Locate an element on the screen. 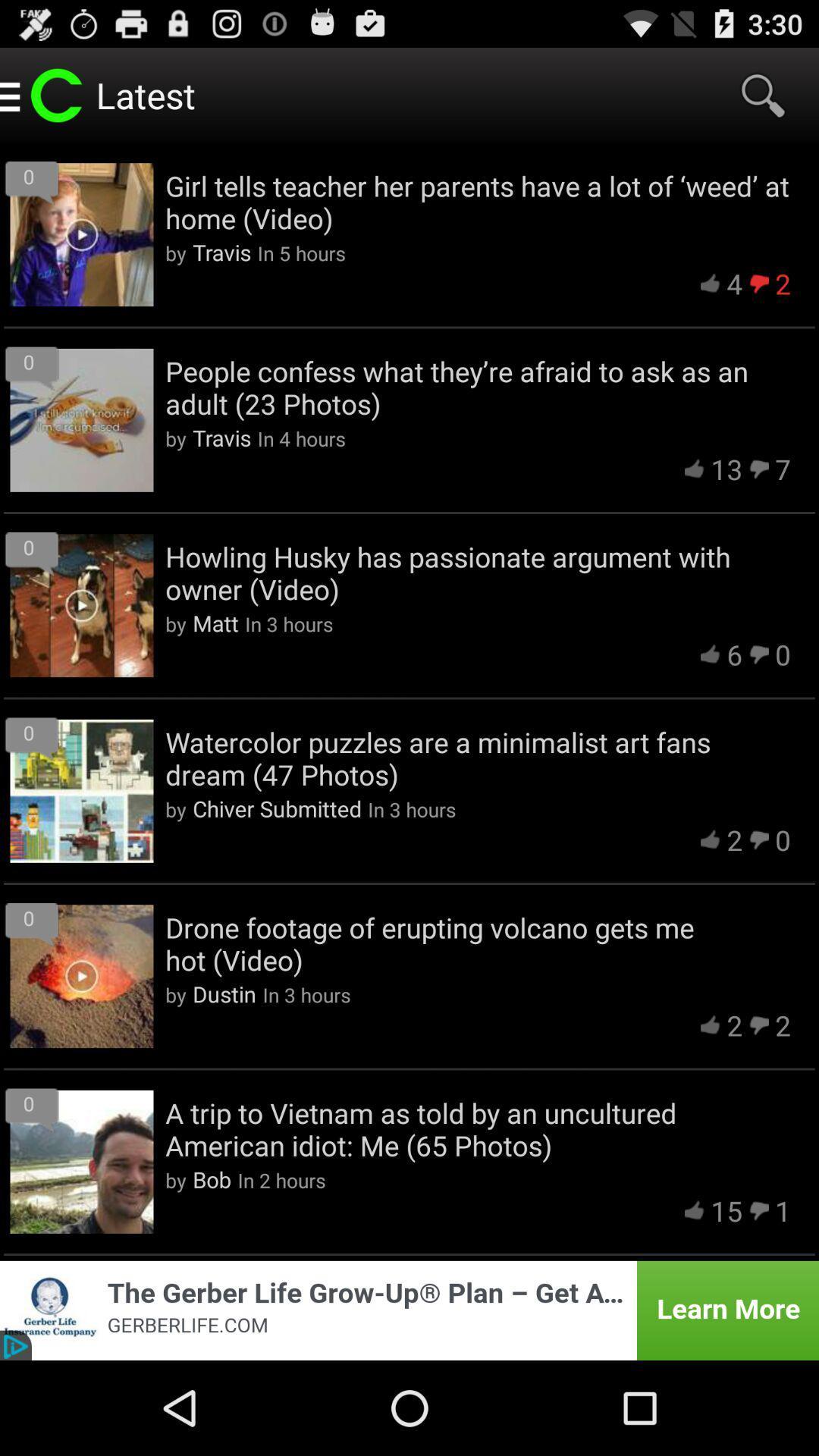 The image size is (819, 1456). 1 is located at coordinates (783, 1210).